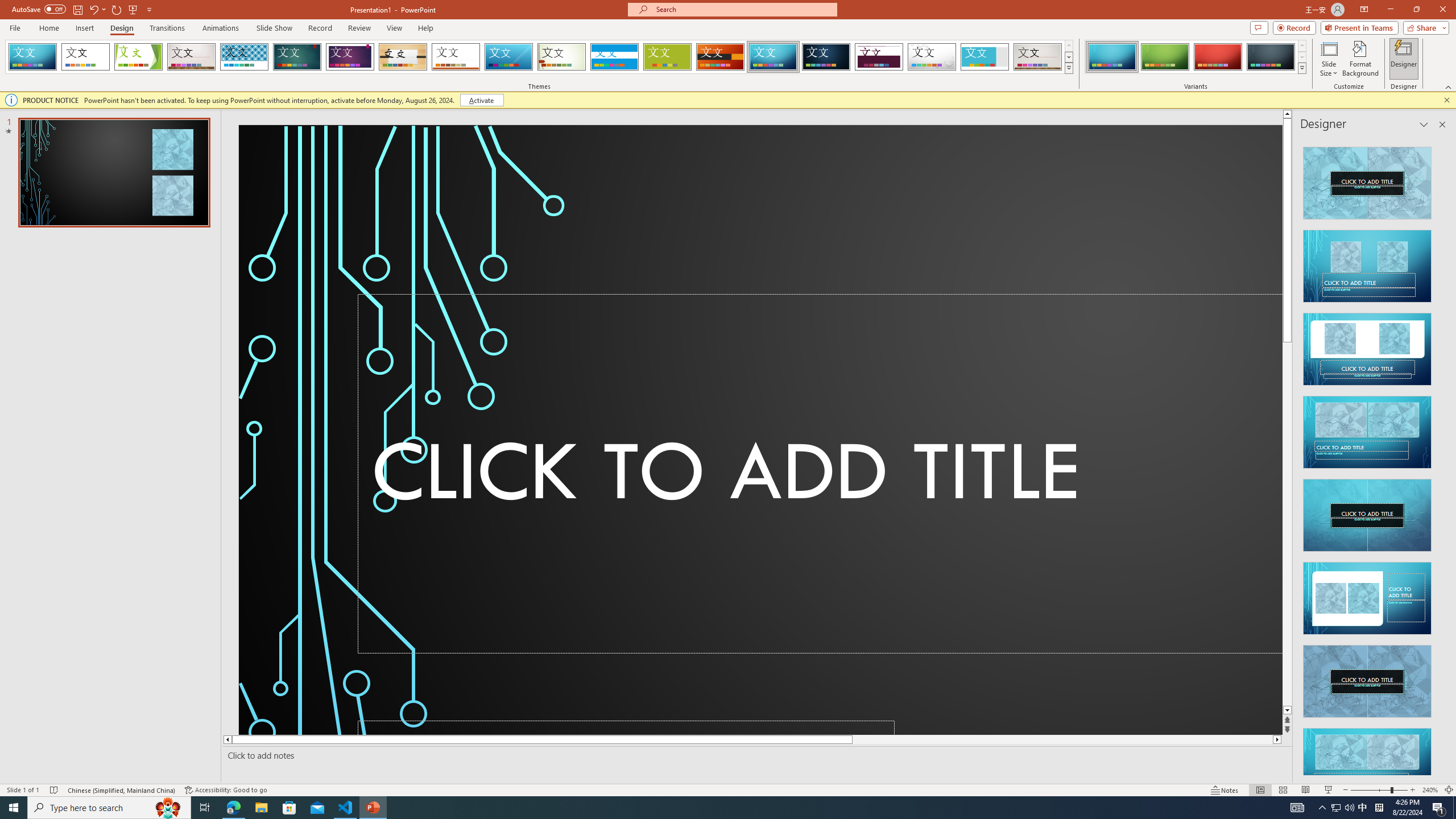 The height and width of the screenshot is (819, 1456). What do you see at coordinates (226, 790) in the screenshot?
I see `'Accessibility Checker Accessibility: Good to go'` at bounding box center [226, 790].